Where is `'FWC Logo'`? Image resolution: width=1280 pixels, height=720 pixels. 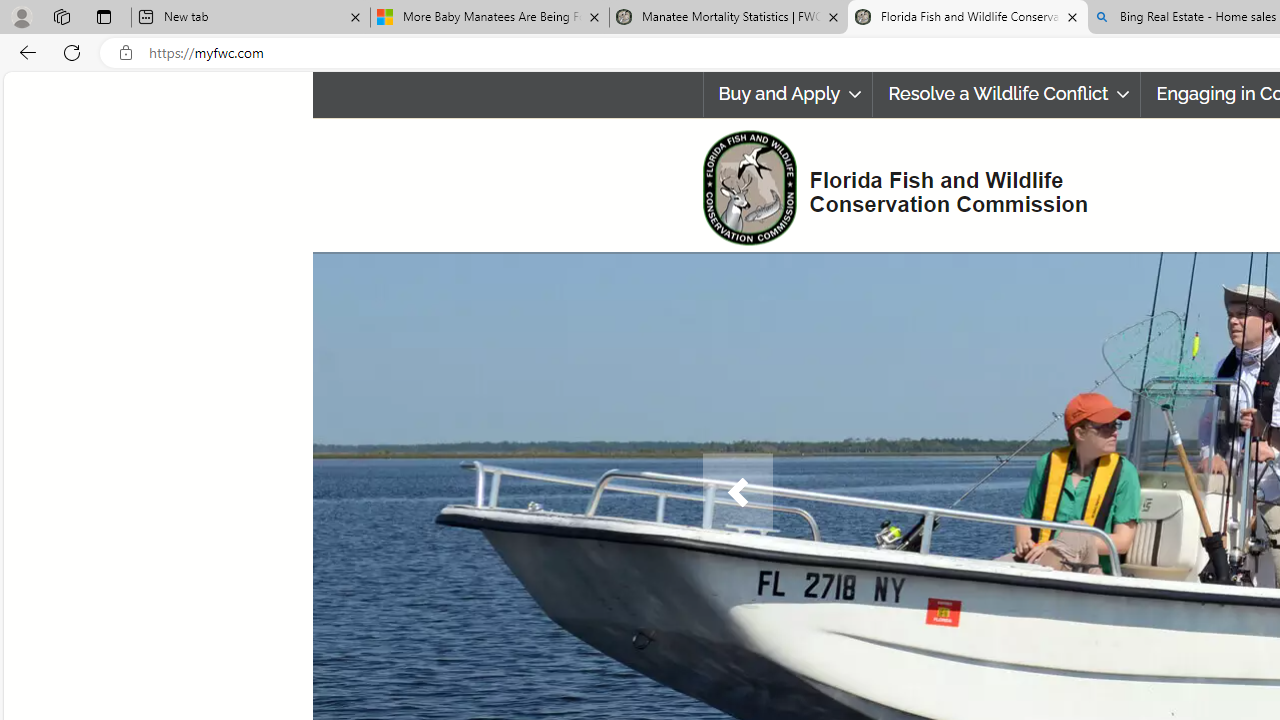 'FWC Logo' is located at coordinates (748, 187).